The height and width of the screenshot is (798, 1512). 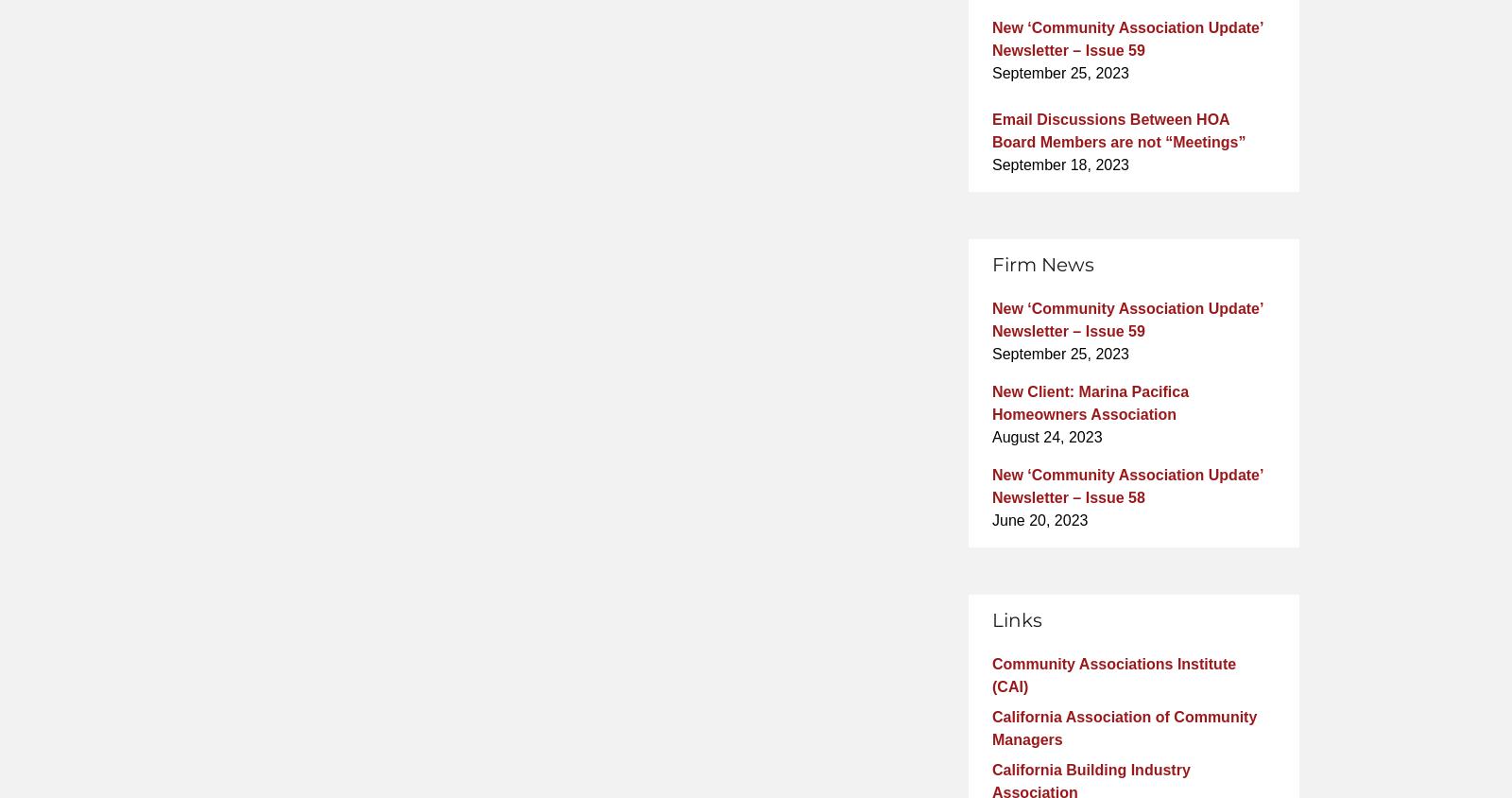 What do you see at coordinates (991, 164) in the screenshot?
I see `'September 18, 2023'` at bounding box center [991, 164].